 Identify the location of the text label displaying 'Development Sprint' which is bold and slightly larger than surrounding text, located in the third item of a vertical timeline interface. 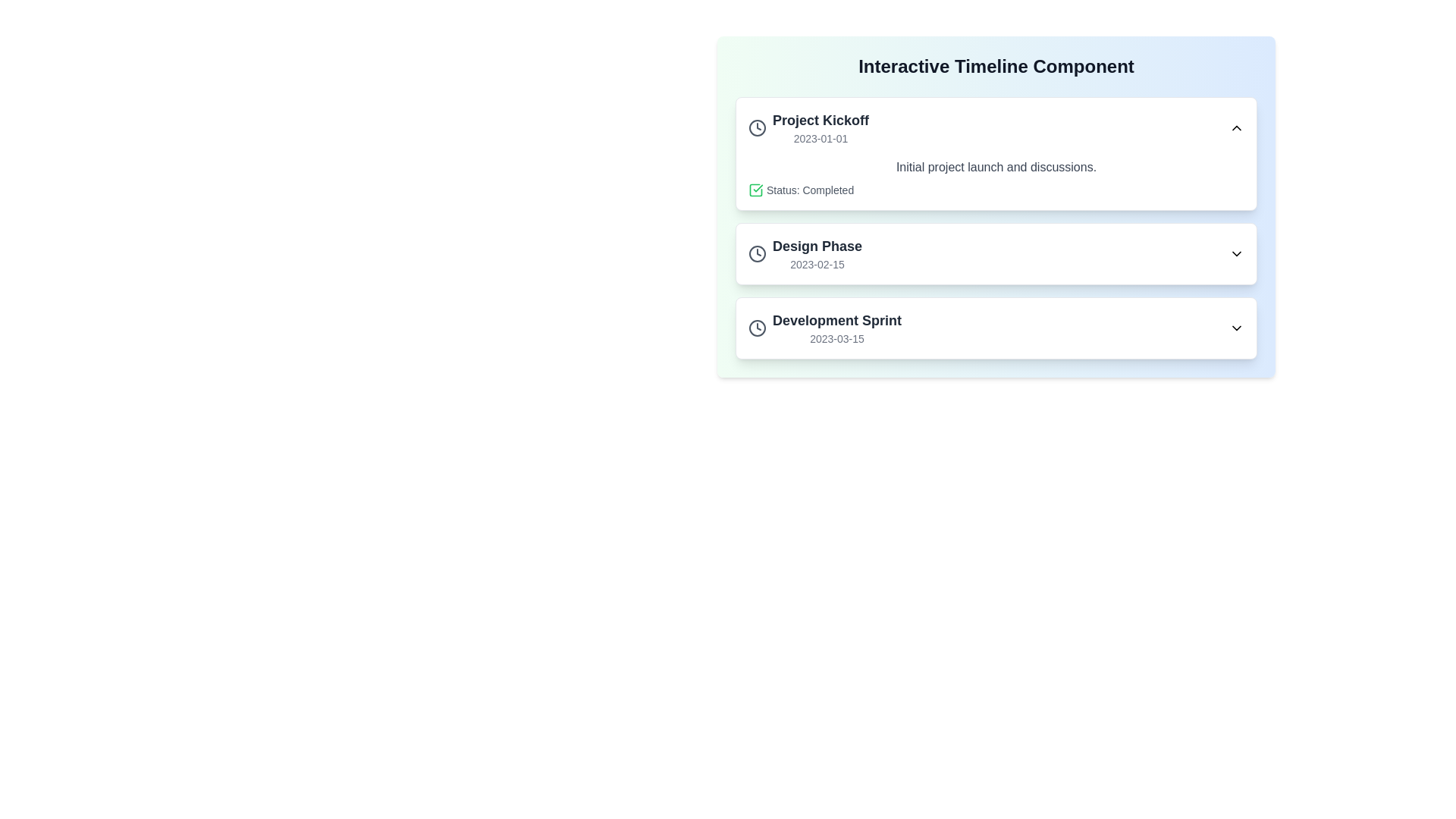
(836, 320).